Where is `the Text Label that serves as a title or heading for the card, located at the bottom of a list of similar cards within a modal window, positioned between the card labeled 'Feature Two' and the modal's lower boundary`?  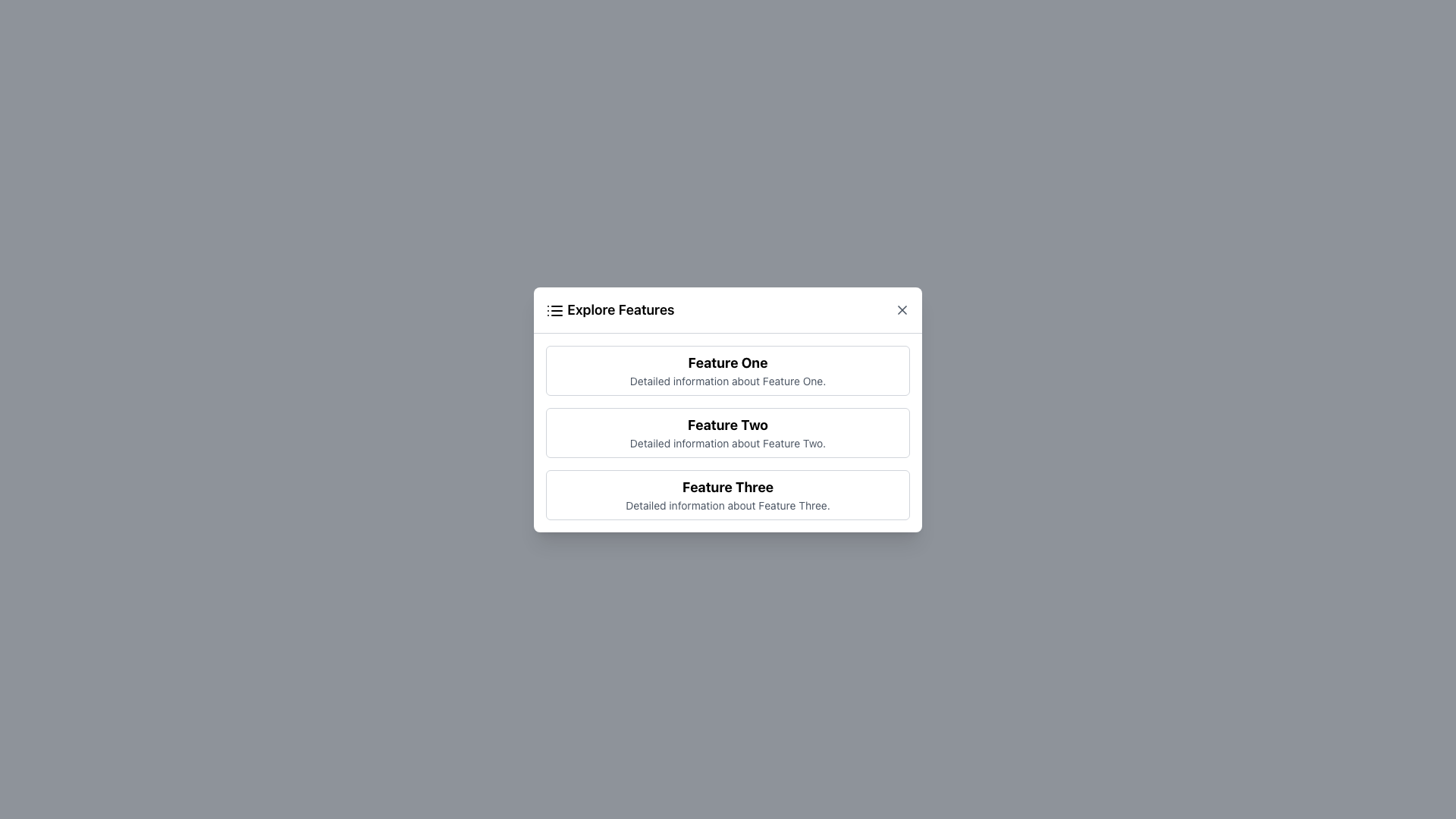
the Text Label that serves as a title or heading for the card, located at the bottom of a list of similar cards within a modal window, positioned between the card labeled 'Feature Two' and the modal's lower boundary is located at coordinates (728, 487).